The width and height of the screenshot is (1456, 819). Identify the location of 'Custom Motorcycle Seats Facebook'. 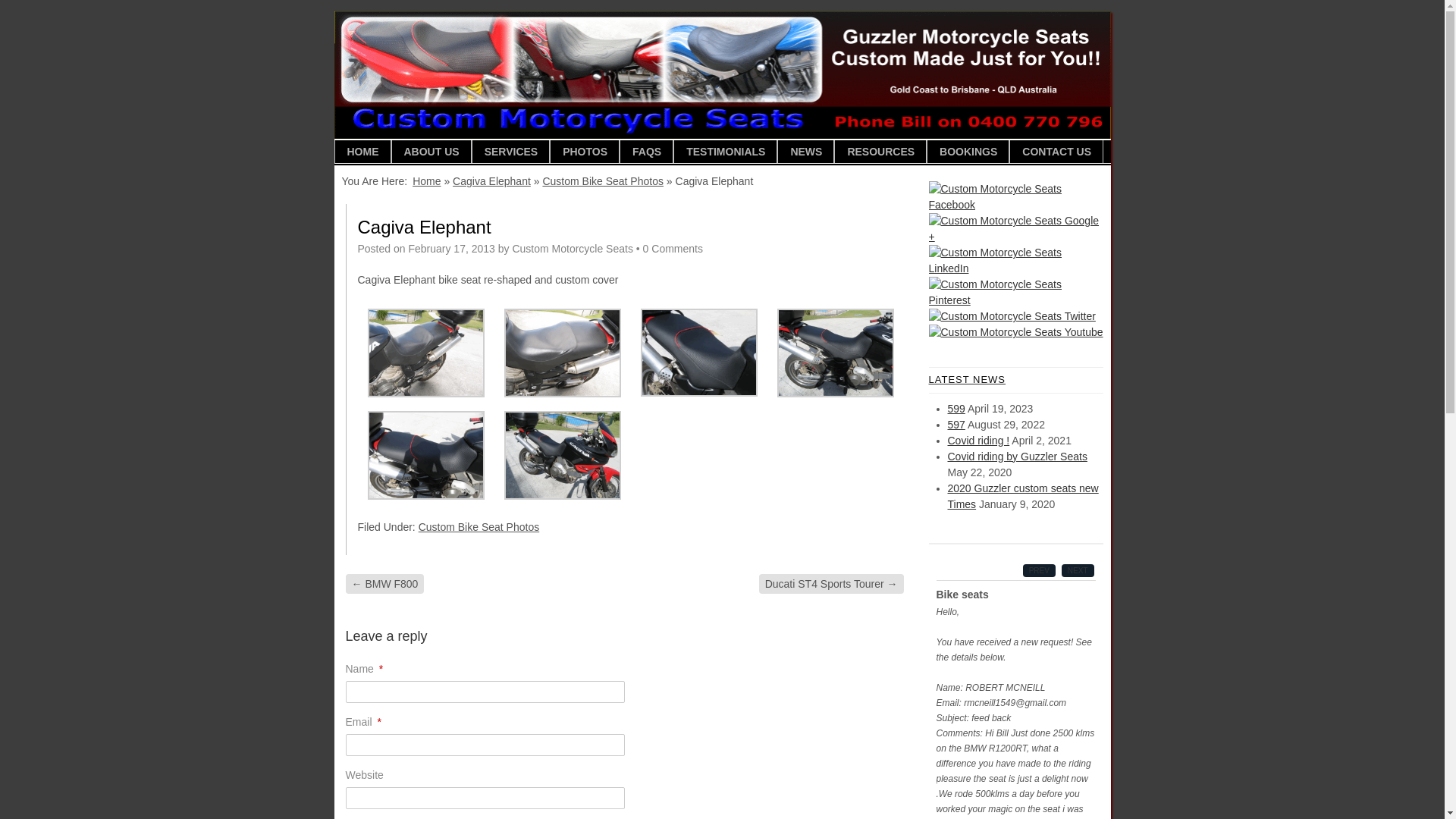
(927, 196).